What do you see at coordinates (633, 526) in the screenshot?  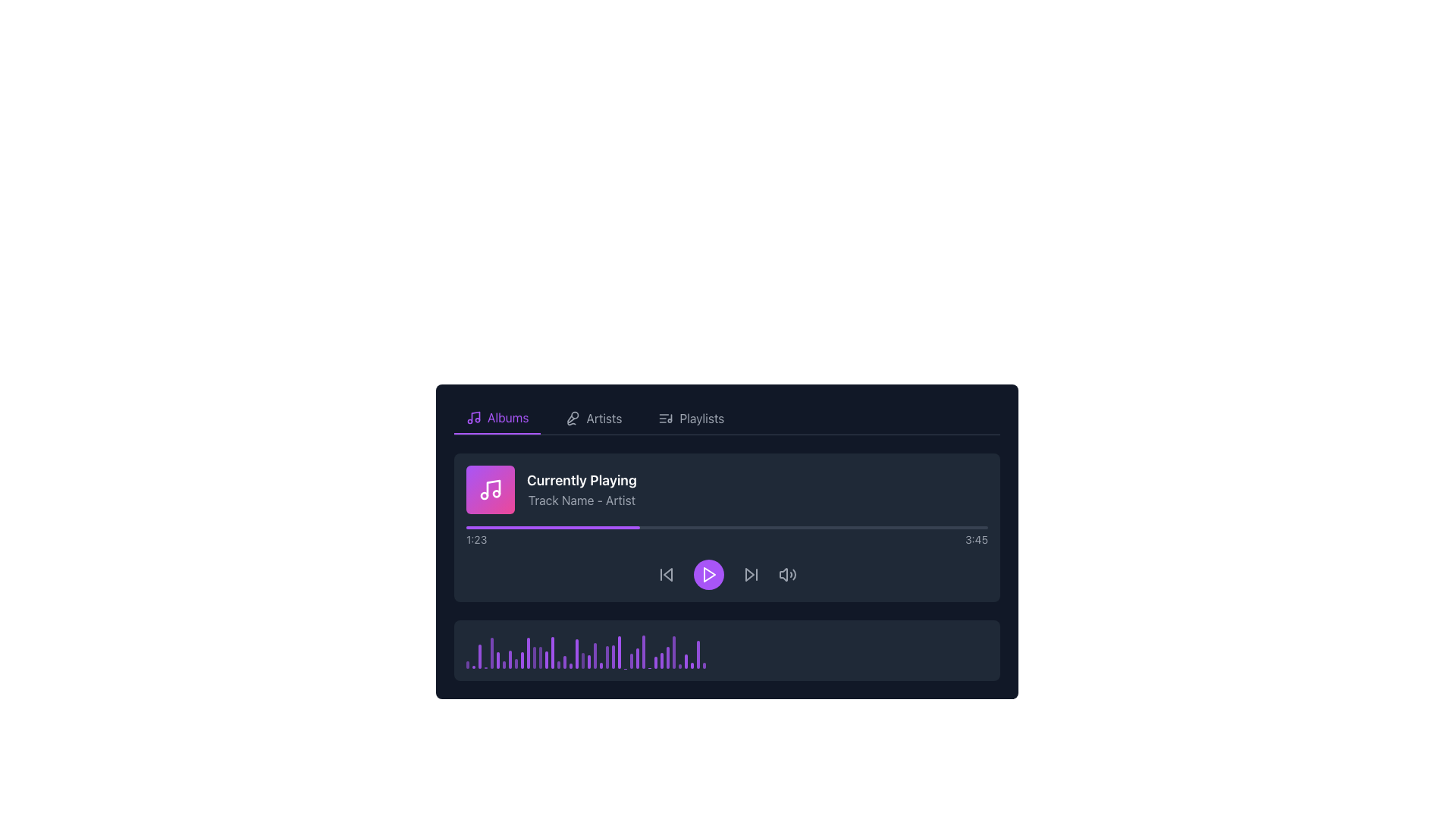 I see `the playback position` at bounding box center [633, 526].